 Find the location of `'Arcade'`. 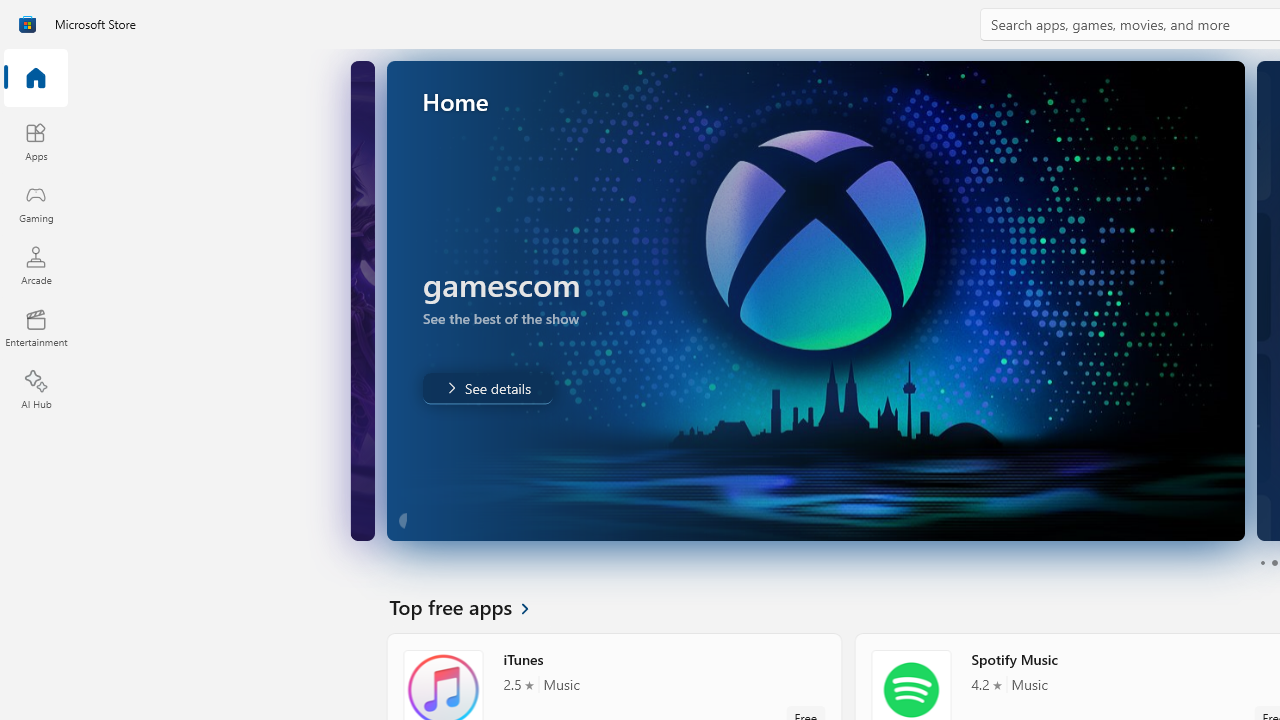

'Arcade' is located at coordinates (35, 264).